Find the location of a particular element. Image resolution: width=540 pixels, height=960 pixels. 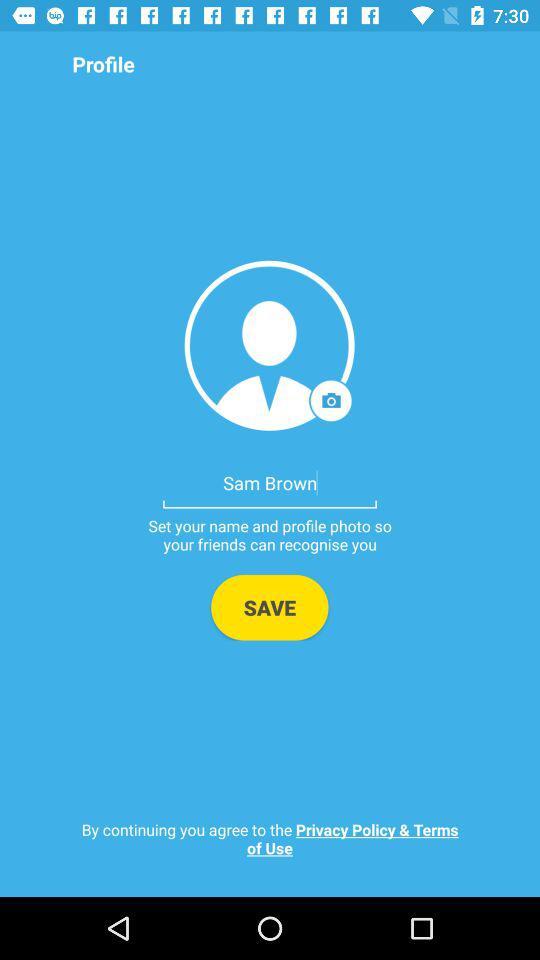

the item below set your name item is located at coordinates (269, 606).